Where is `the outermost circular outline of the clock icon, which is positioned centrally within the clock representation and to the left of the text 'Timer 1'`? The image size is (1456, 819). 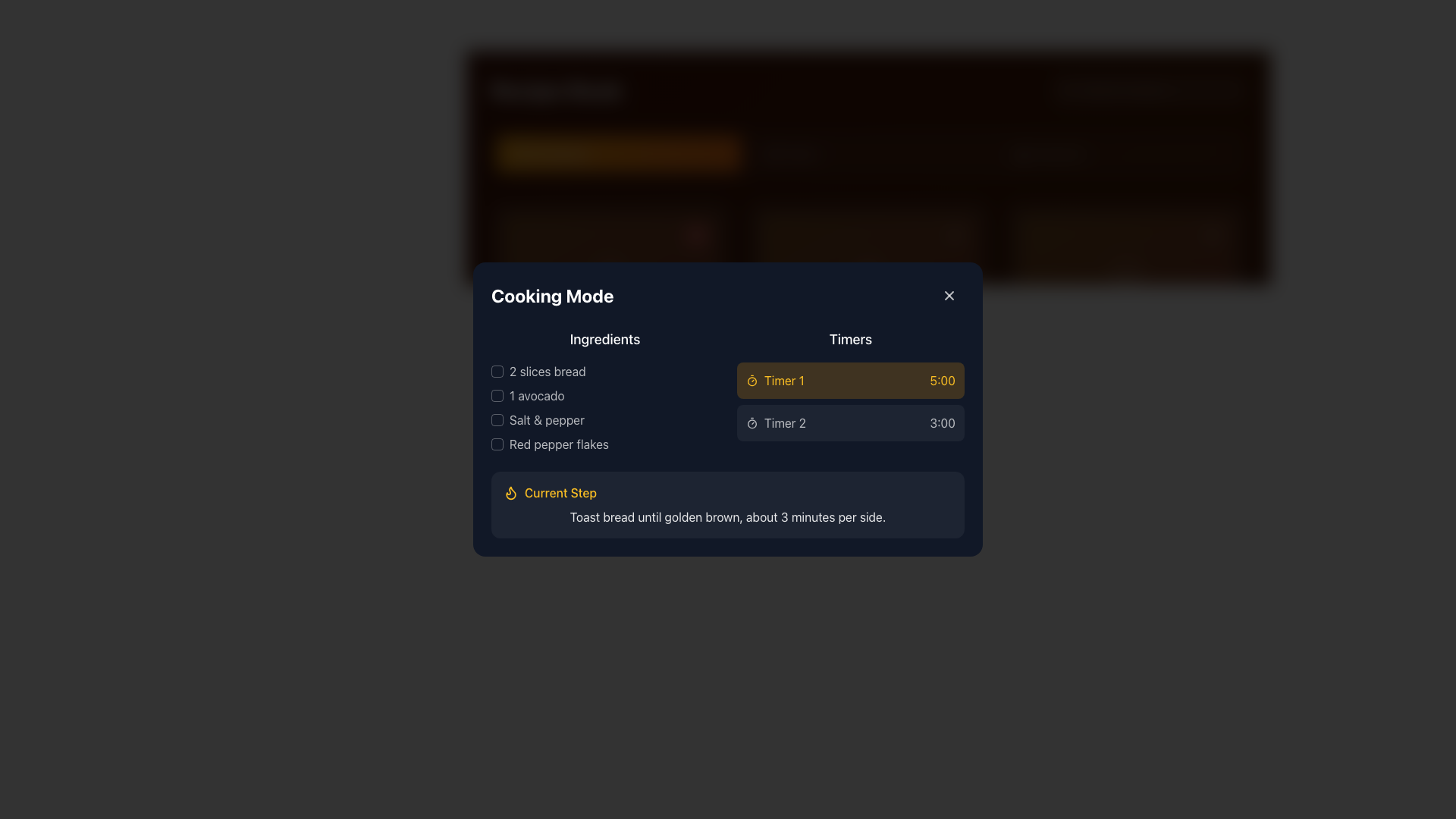
the outermost circular outline of the clock icon, which is positioned centrally within the clock representation and to the left of the text 'Timer 1' is located at coordinates (767, 382).